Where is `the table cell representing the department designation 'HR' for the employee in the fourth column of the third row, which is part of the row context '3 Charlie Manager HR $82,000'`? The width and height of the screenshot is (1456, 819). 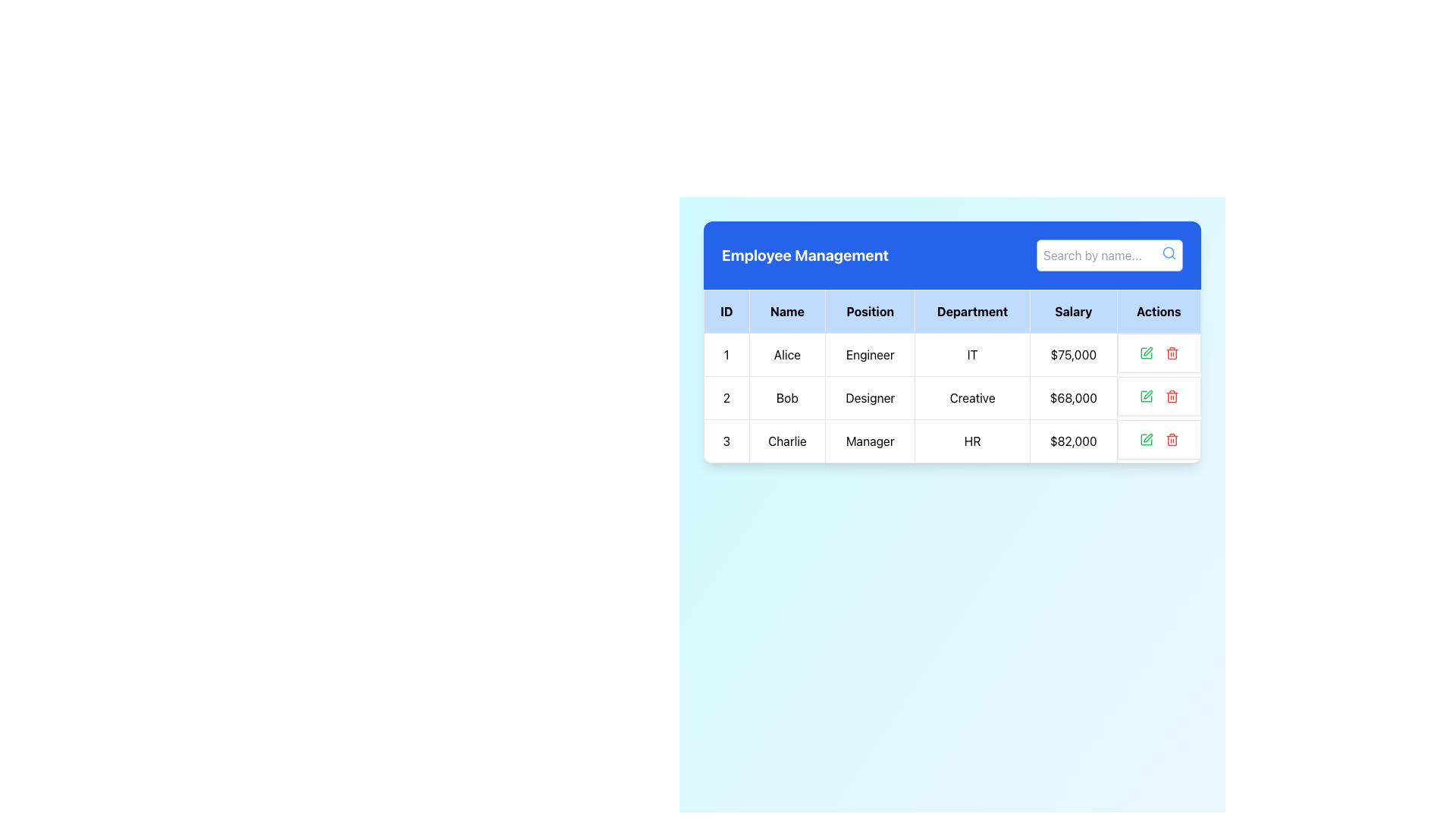 the table cell representing the department designation 'HR' for the employee in the fourth column of the third row, which is part of the row context '3 Charlie Manager HR $82,000' is located at coordinates (972, 441).